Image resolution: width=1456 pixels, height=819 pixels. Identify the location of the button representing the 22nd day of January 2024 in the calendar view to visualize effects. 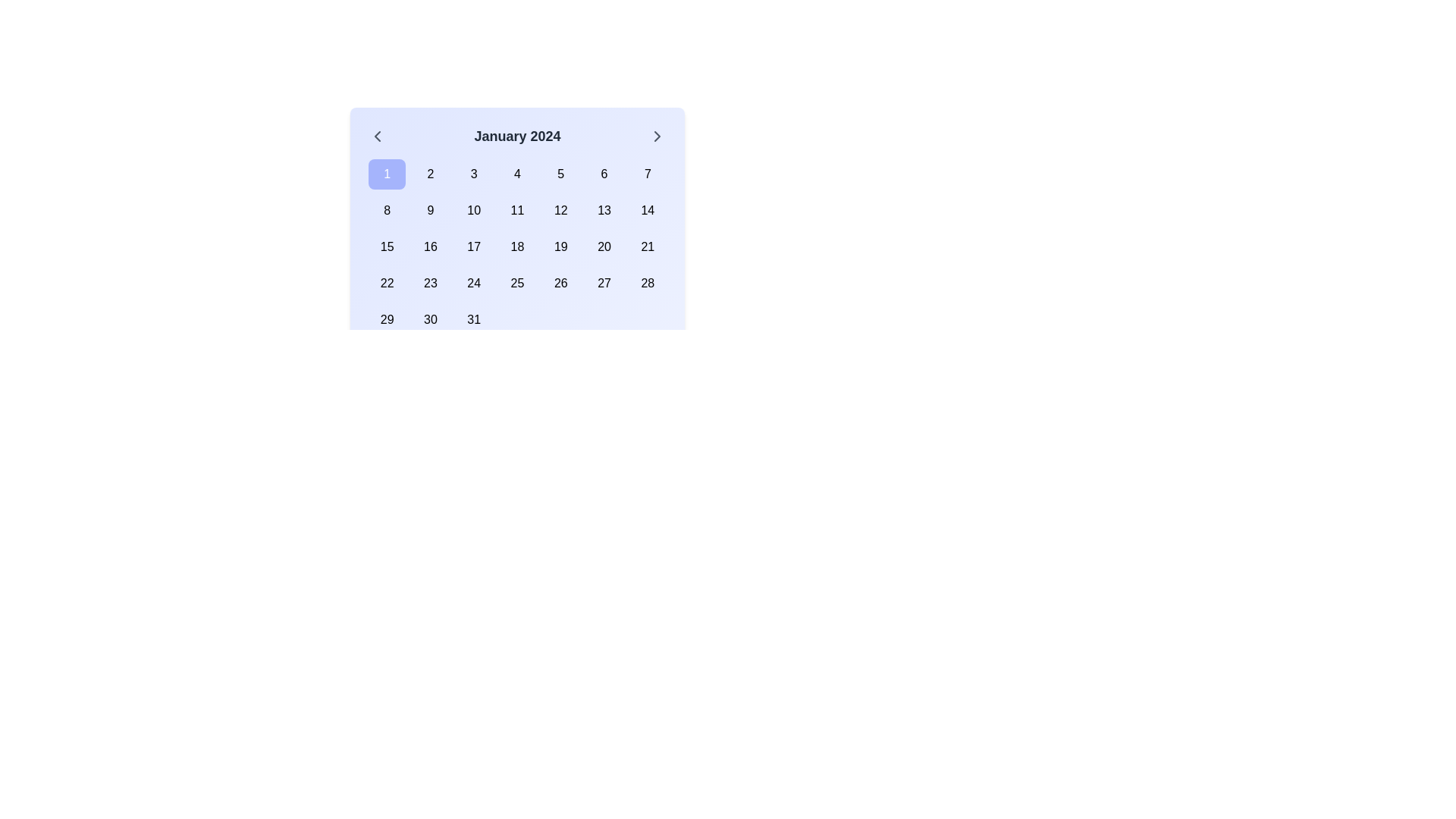
(387, 284).